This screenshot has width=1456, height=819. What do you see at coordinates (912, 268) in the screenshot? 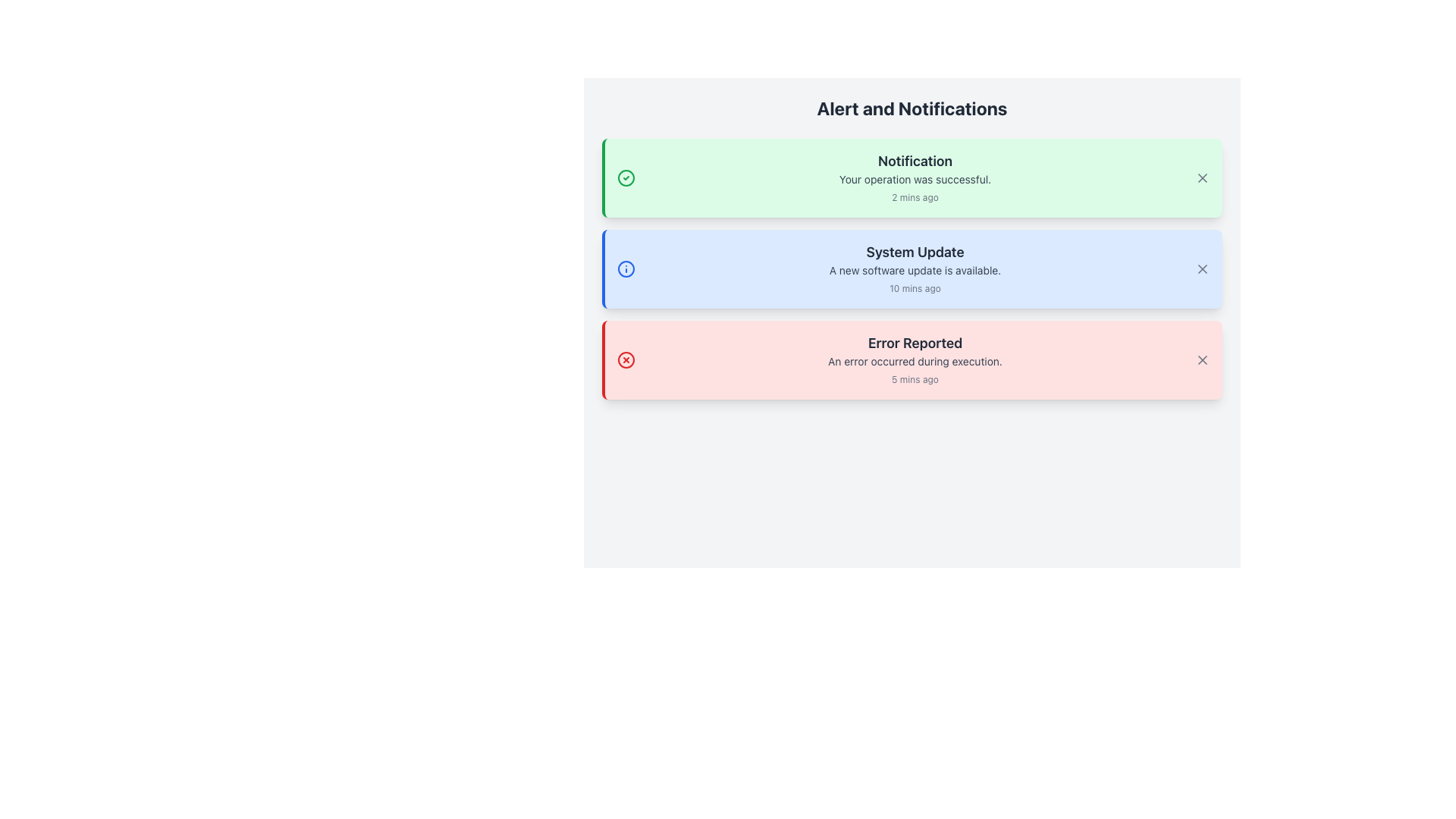
I see `the Notification card that provides information about a recent system update, which is the second card in a list of three notifications` at bounding box center [912, 268].